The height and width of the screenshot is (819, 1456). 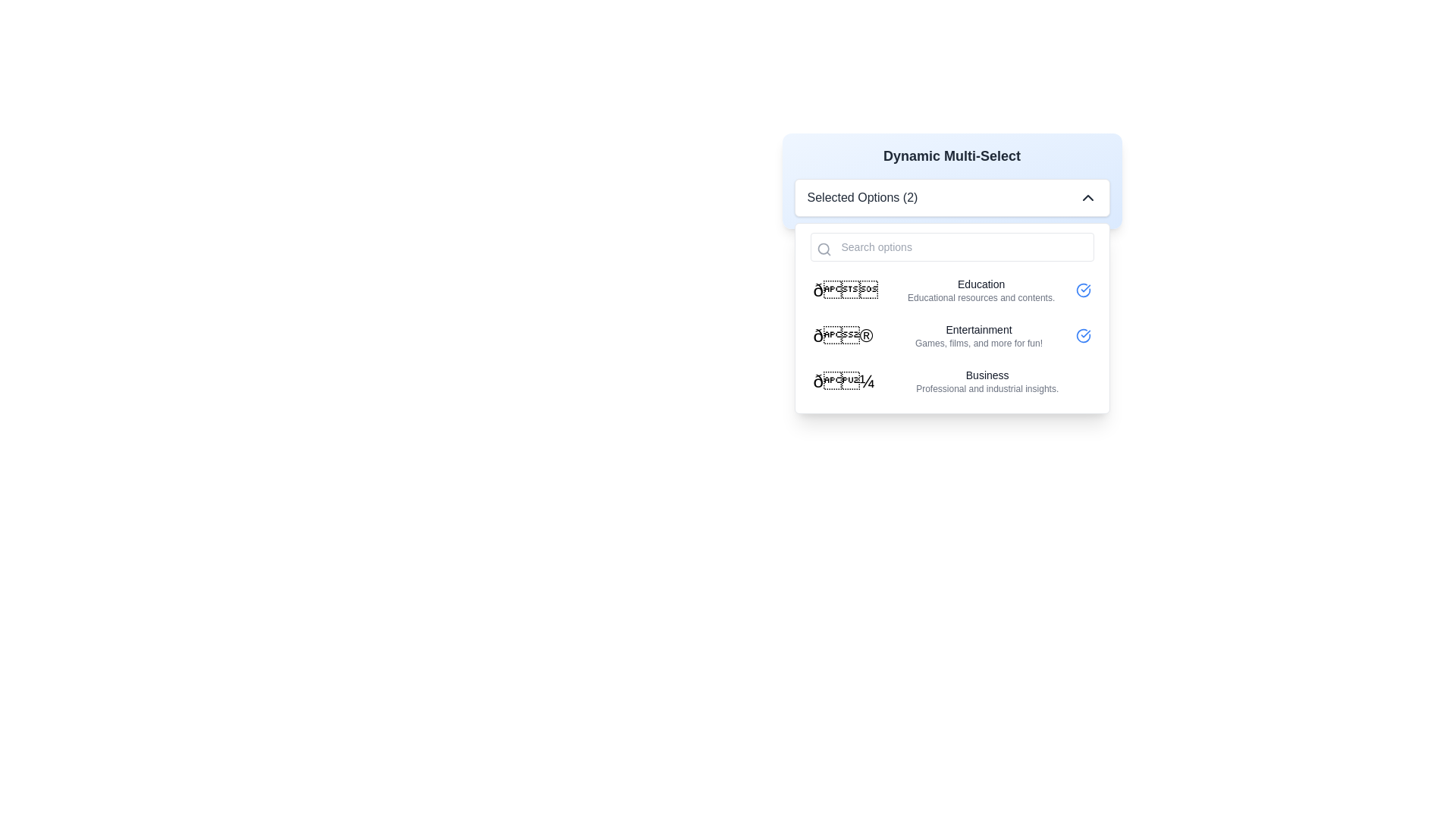 What do you see at coordinates (951, 335) in the screenshot?
I see `the second item in the vertical list of options` at bounding box center [951, 335].